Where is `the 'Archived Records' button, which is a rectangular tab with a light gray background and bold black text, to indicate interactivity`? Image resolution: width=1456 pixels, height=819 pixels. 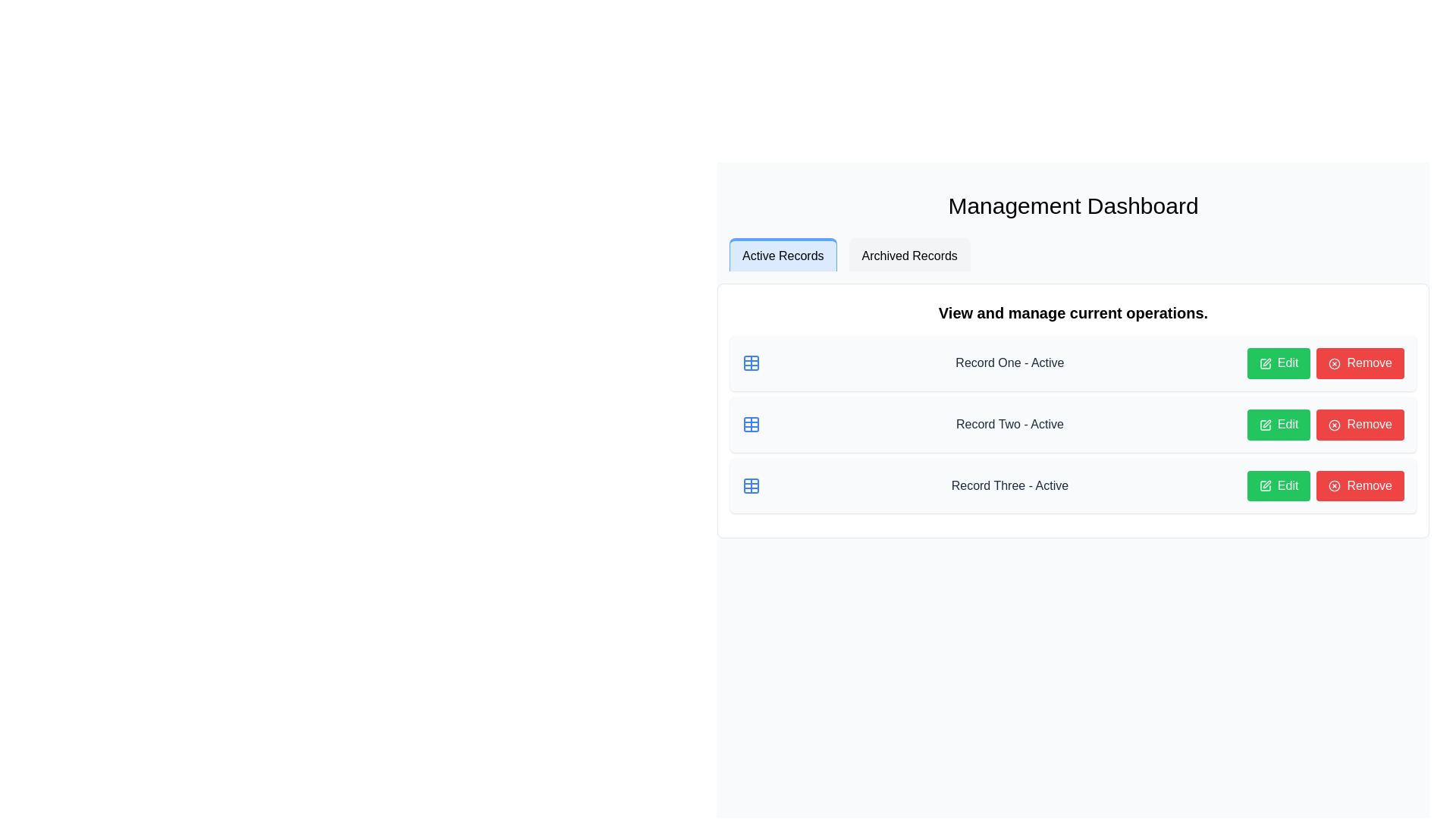
the 'Archived Records' button, which is a rectangular tab with a light gray background and bold black text, to indicate interactivity is located at coordinates (909, 253).